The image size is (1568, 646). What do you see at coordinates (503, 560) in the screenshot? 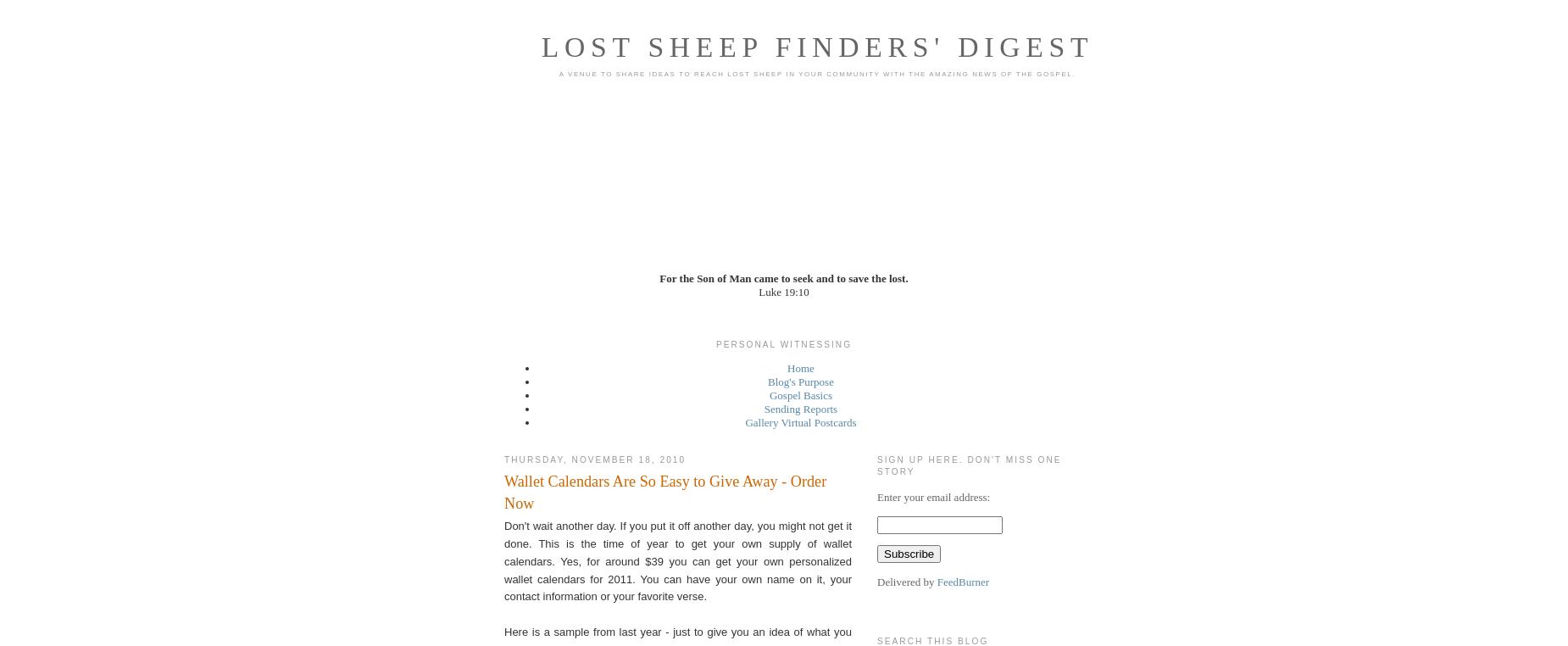
I see `'Don't wait another day. If you put it off another day, you might not get it done. This is the time of year to get your own supply of wallet calendars. Yes, for around $39 you can get your own personalized wallet calendars for 2011. You can have your own name on it, your contact information or your favorite verse.'` at bounding box center [503, 560].